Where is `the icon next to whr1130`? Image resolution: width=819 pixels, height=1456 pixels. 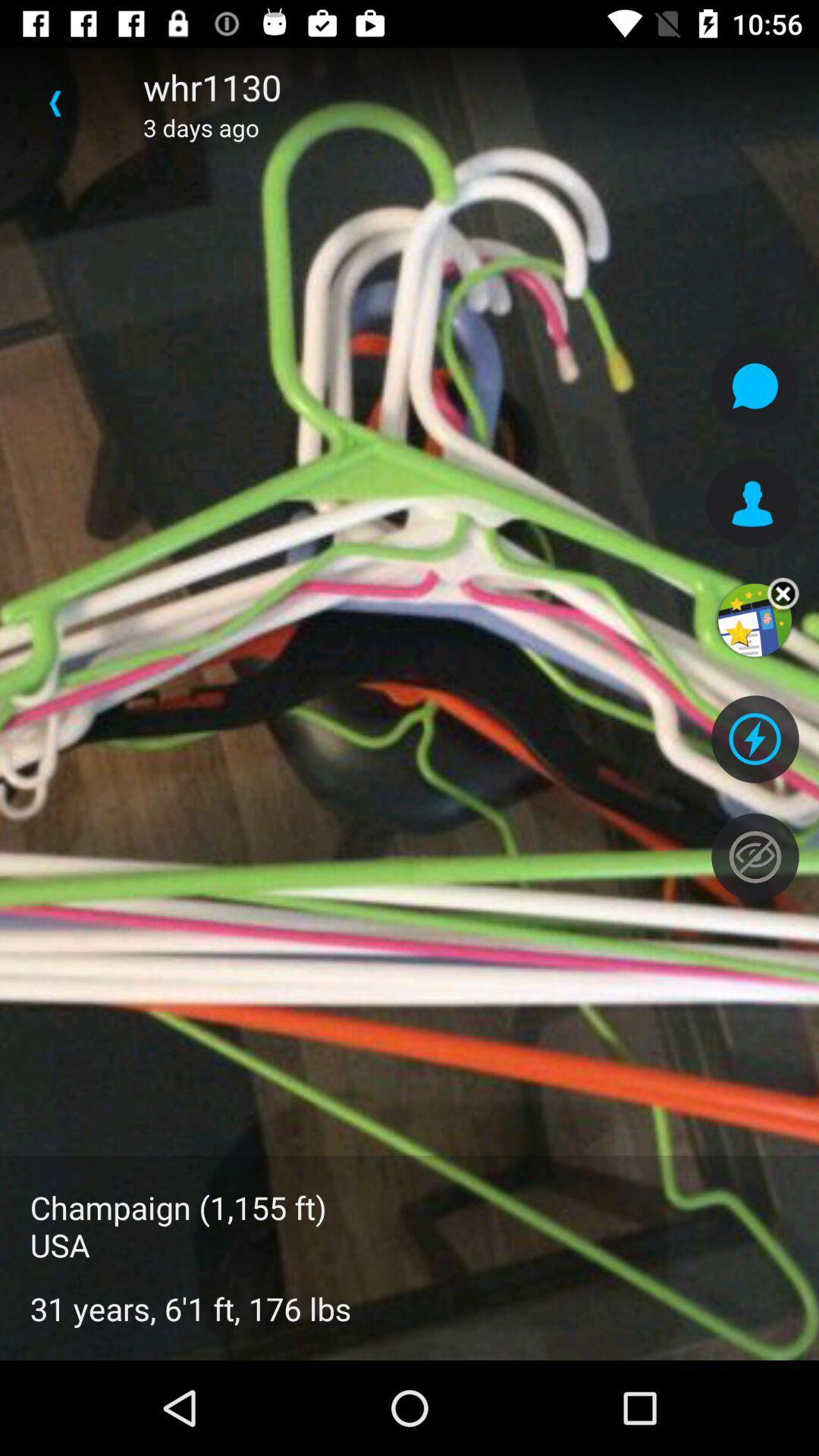
the icon next to whr1130 is located at coordinates (55, 102).